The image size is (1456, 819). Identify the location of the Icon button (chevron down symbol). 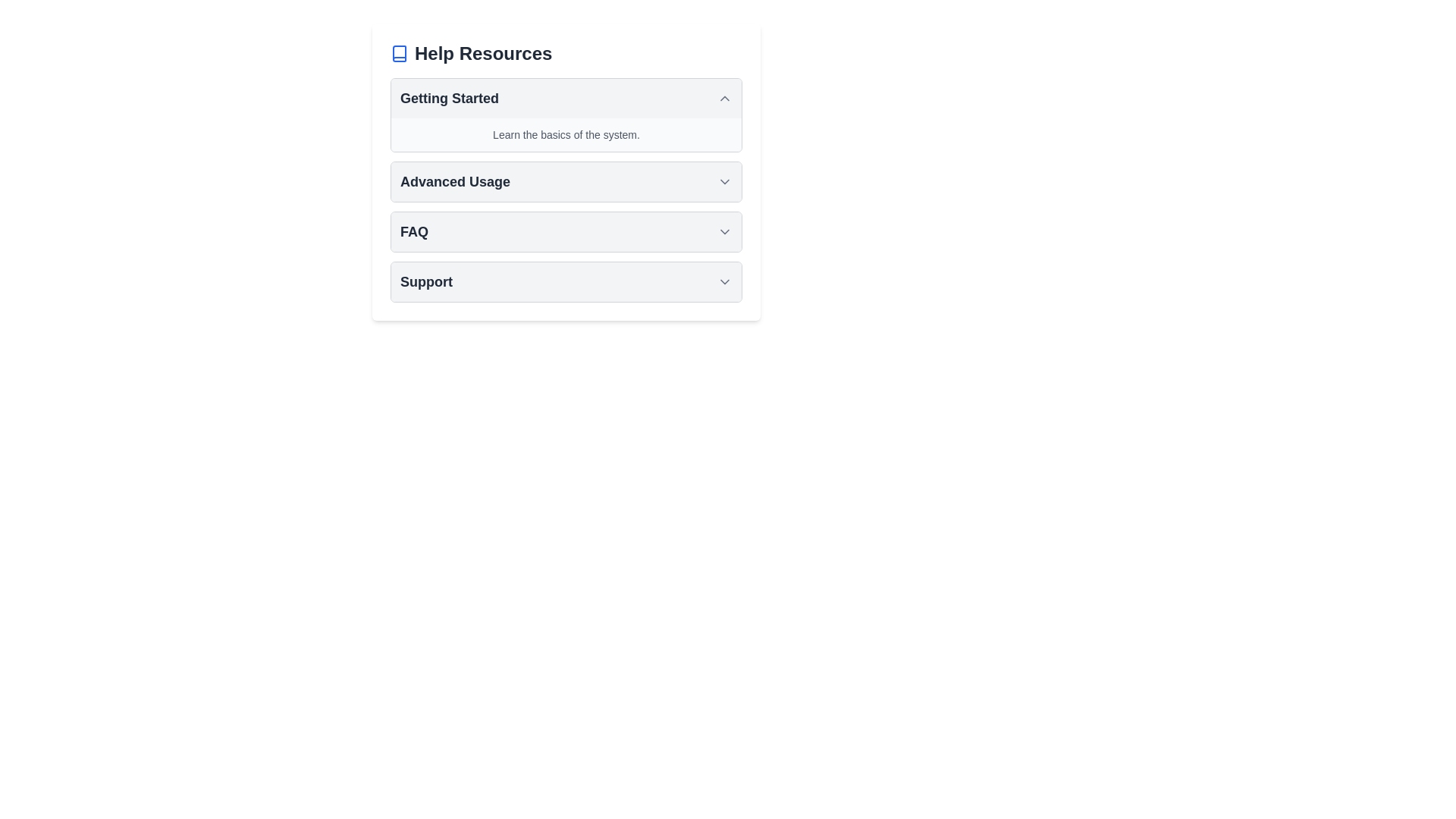
(723, 231).